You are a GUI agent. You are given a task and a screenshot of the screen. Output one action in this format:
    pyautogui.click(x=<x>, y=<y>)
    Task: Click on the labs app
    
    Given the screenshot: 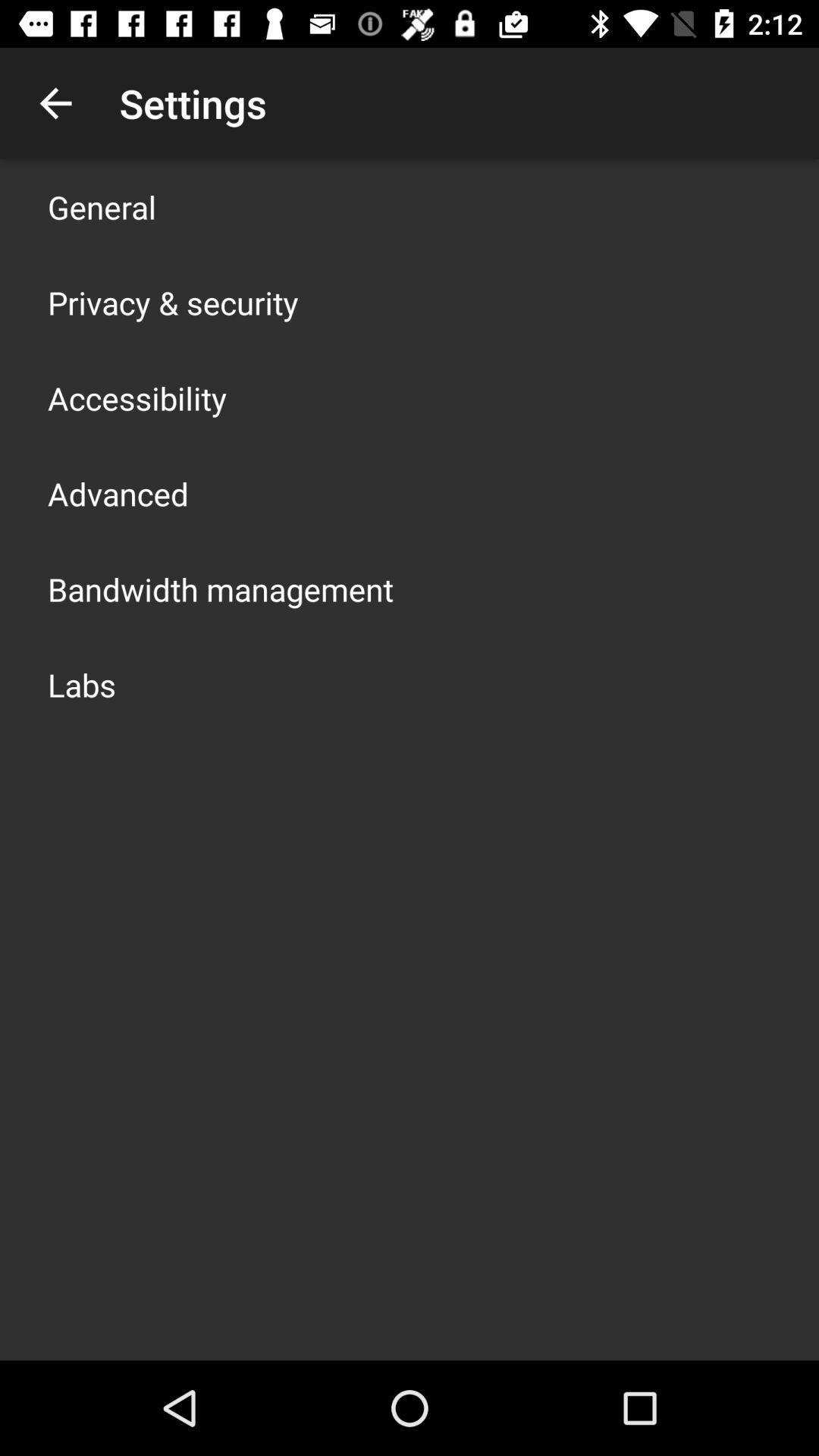 What is the action you would take?
    pyautogui.click(x=82, y=683)
    